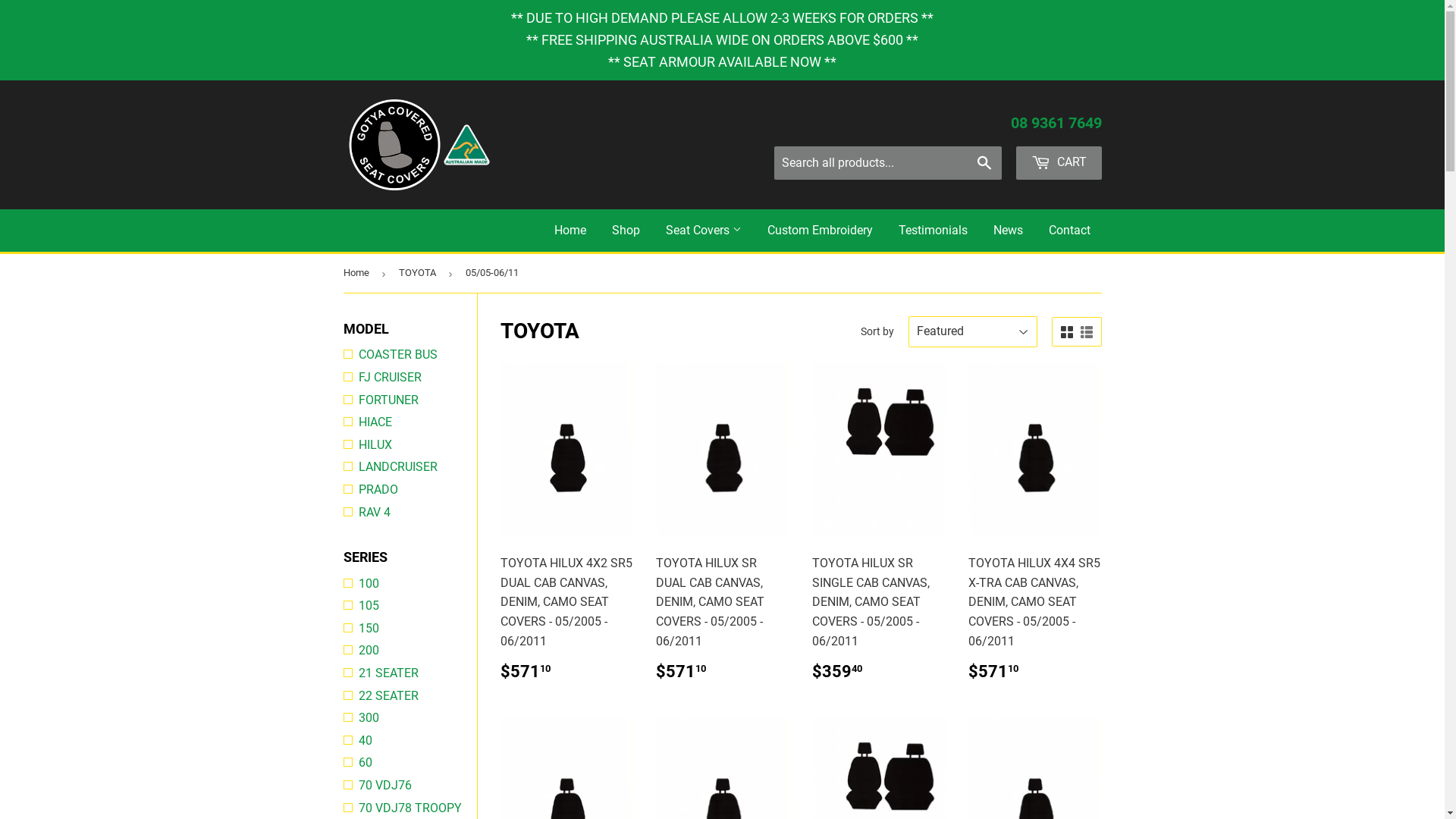 The width and height of the screenshot is (1456, 819). I want to click on 'Search', so click(984, 164).